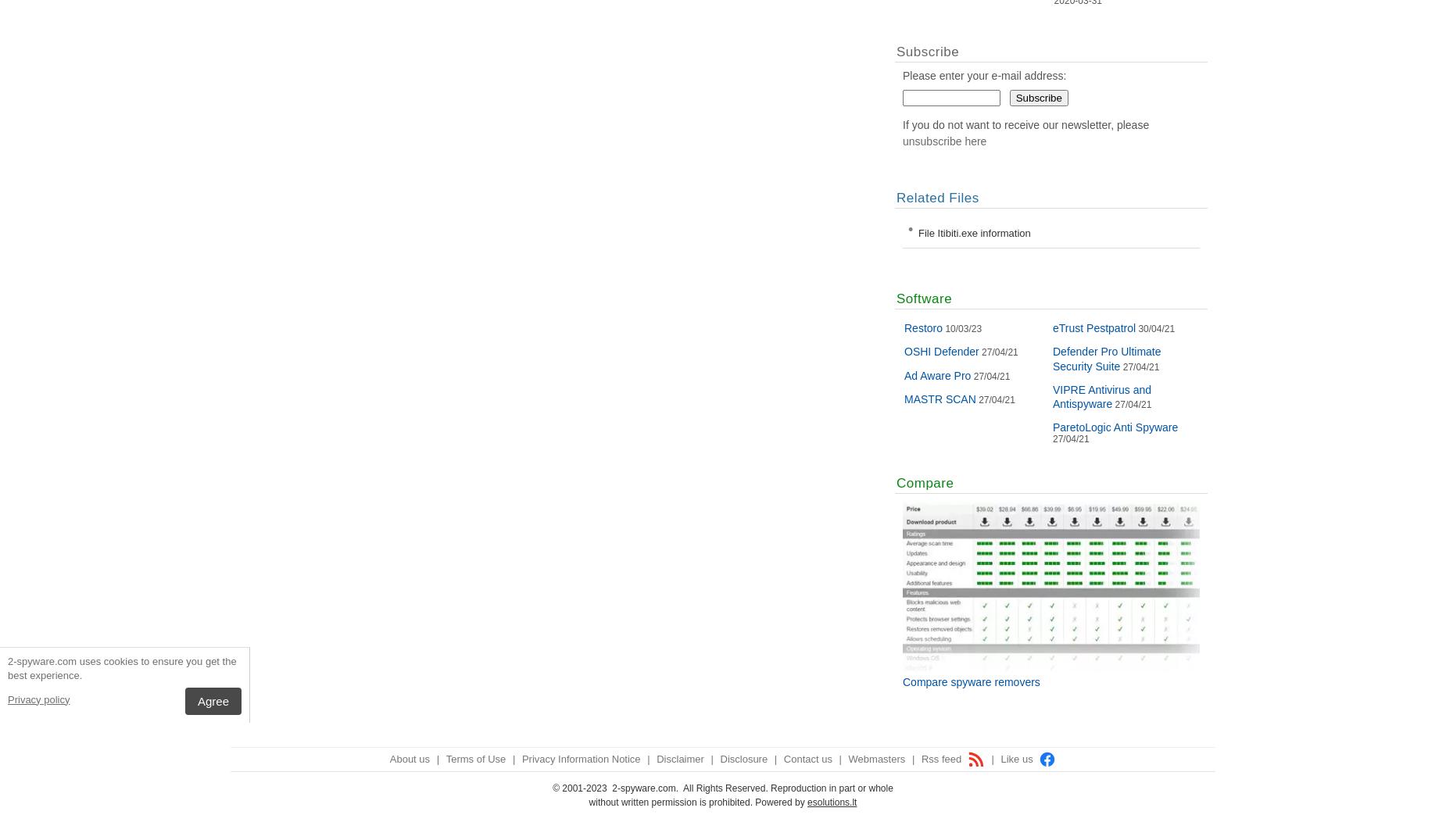  What do you see at coordinates (941, 758) in the screenshot?
I see `'Rss feed'` at bounding box center [941, 758].